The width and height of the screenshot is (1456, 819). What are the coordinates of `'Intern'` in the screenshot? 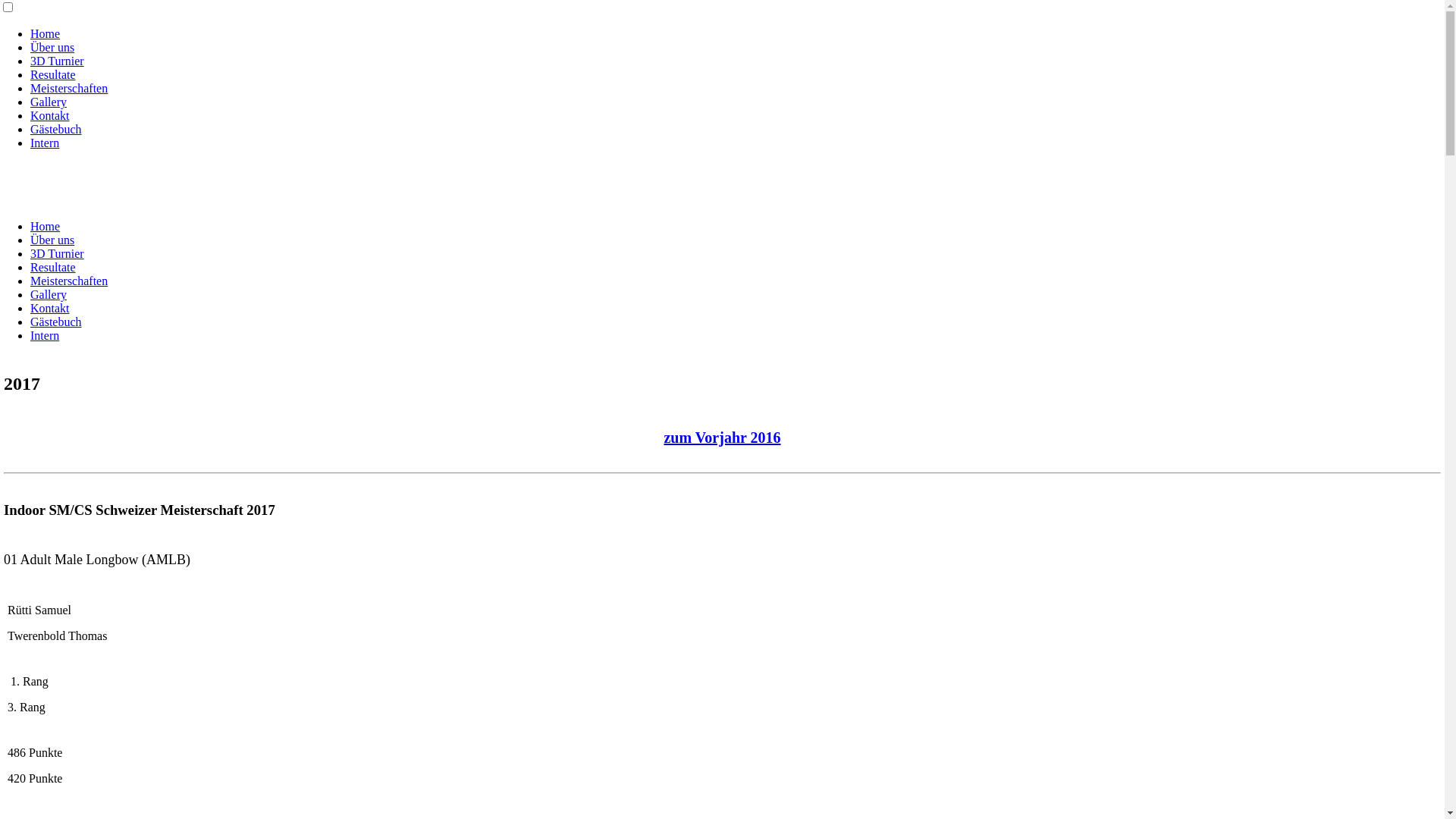 It's located at (44, 334).